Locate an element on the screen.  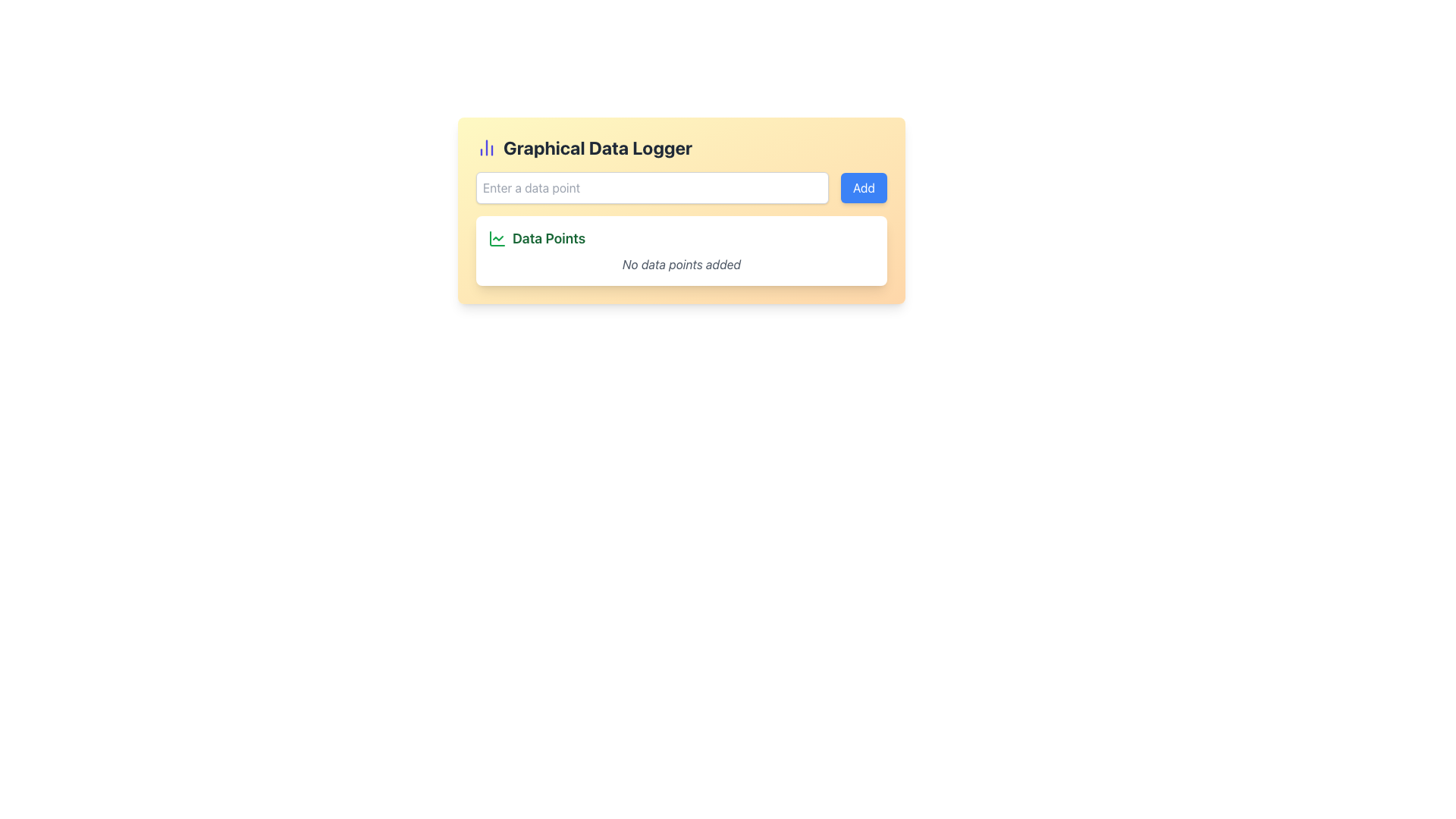
the Text label indicating that no data points are currently available, located in the 'Data Points' section below the 'Data Points' title is located at coordinates (680, 263).